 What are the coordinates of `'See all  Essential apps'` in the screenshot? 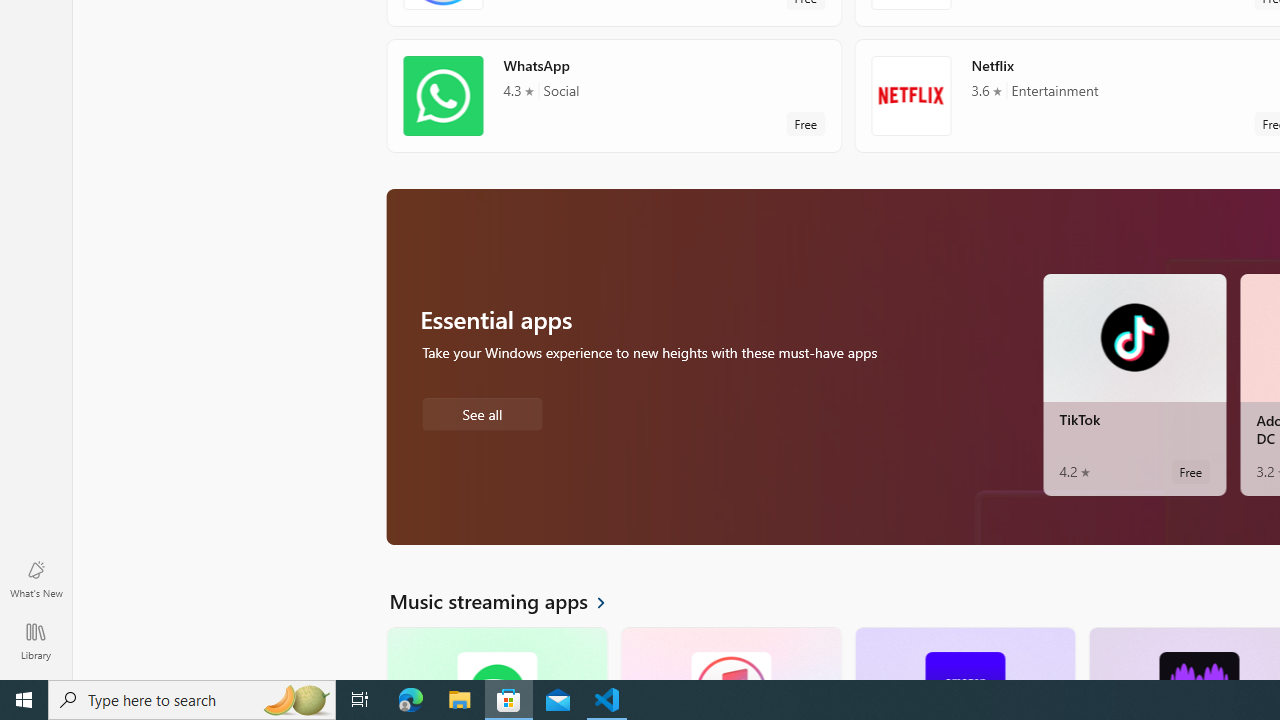 It's located at (481, 411).